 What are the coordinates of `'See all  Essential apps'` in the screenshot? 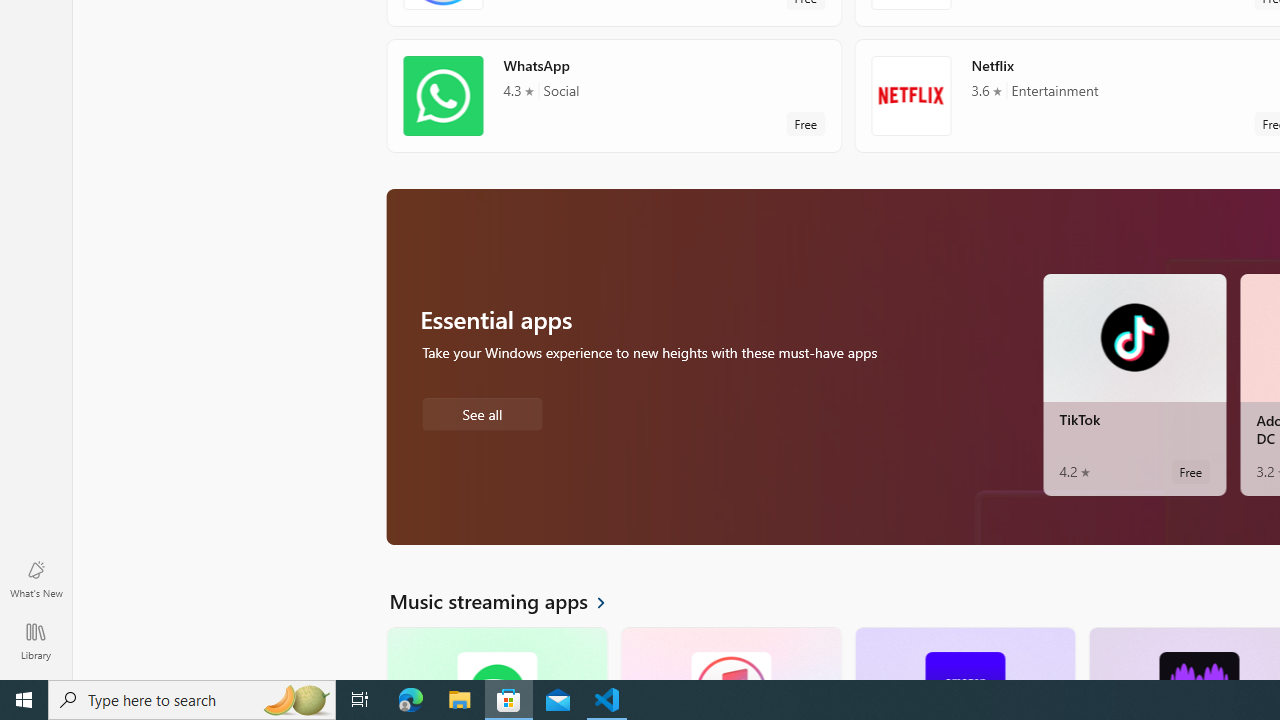 It's located at (481, 411).